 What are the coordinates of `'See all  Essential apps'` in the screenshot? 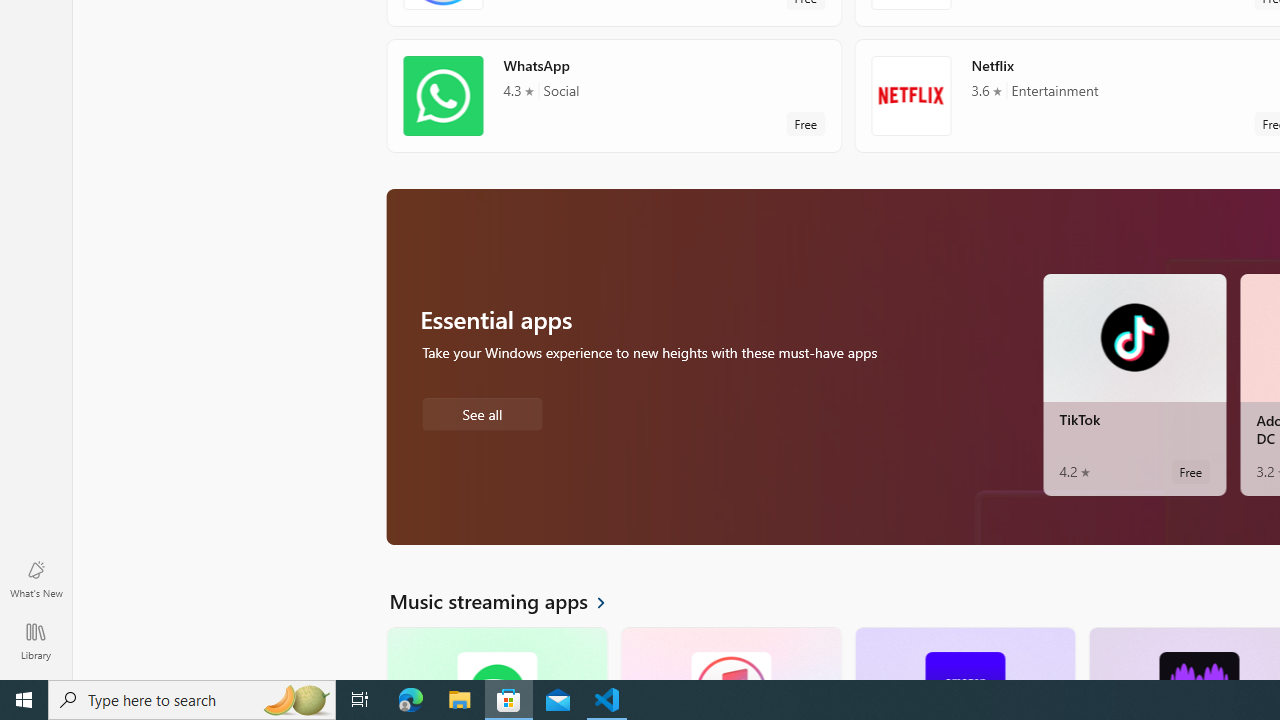 It's located at (481, 411).